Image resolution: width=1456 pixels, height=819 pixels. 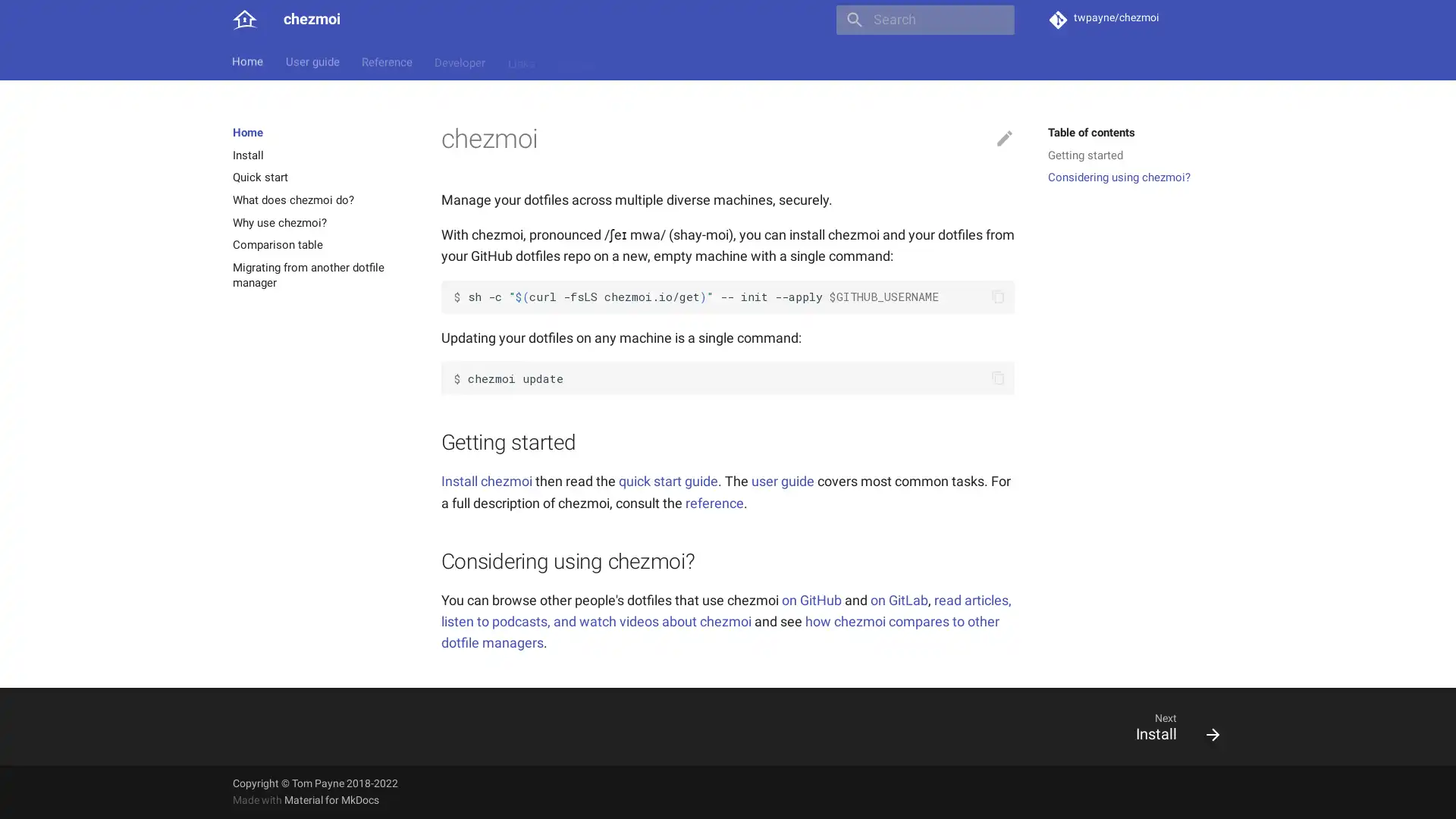 I want to click on Copy to clipboard, so click(x=997, y=377).